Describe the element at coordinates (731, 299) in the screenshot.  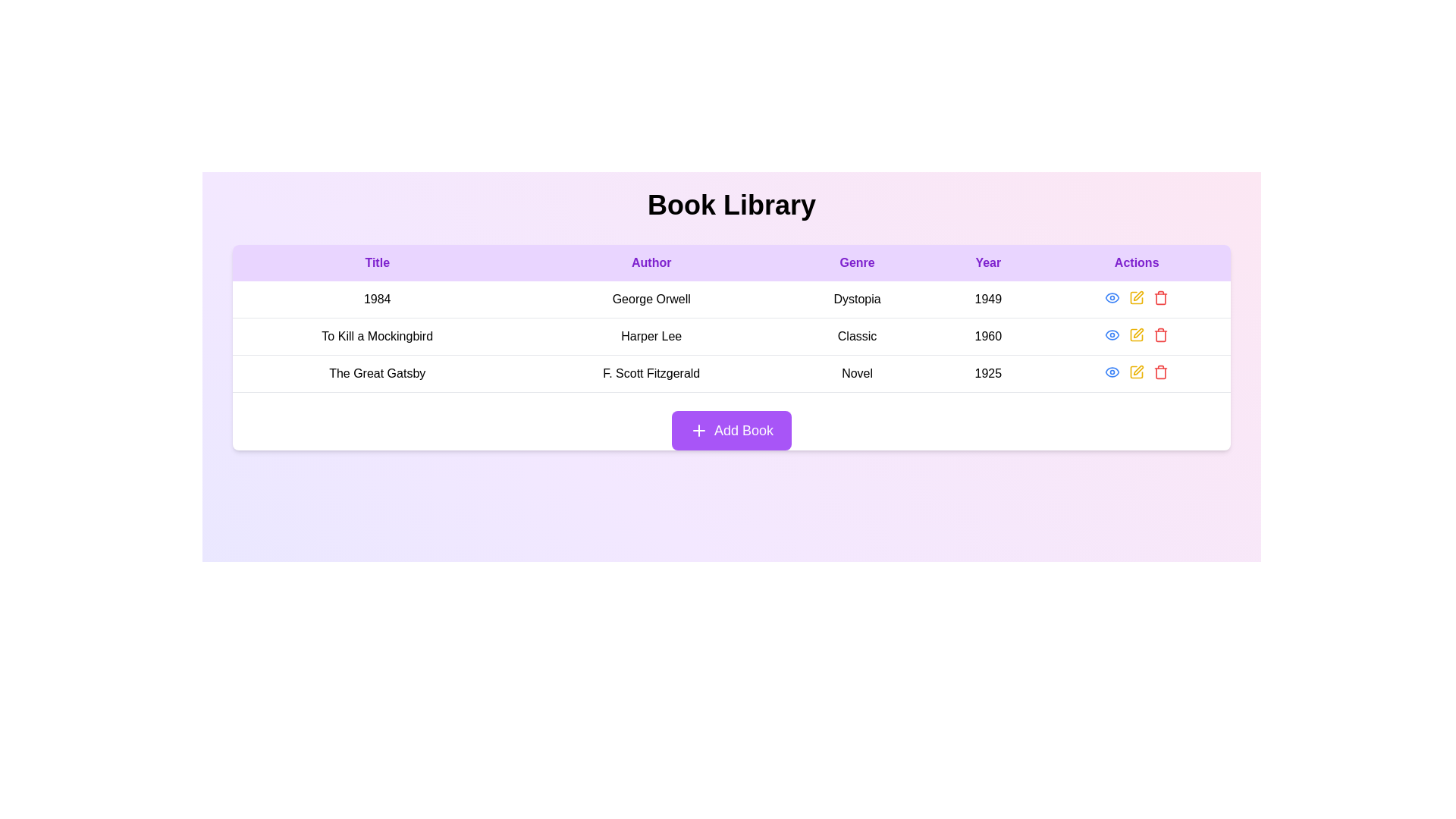
I see `the first table row containing book details, specifically the title, author, genre, and publication year, using keyboard or assistive technologies` at that location.